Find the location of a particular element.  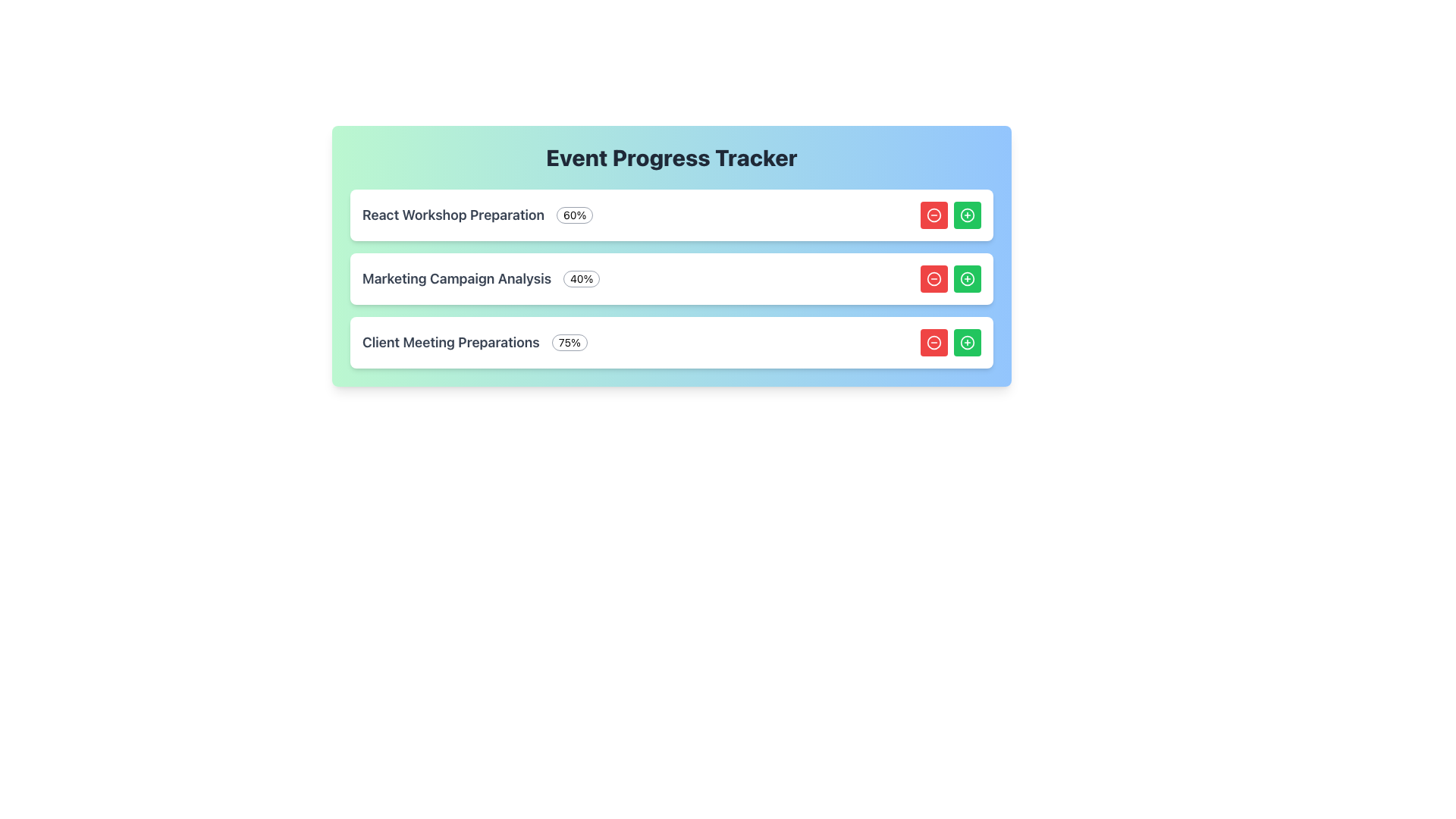

the rightmost icon button in the action buttons group for the 'Client Meeting Preparations' task is located at coordinates (967, 342).